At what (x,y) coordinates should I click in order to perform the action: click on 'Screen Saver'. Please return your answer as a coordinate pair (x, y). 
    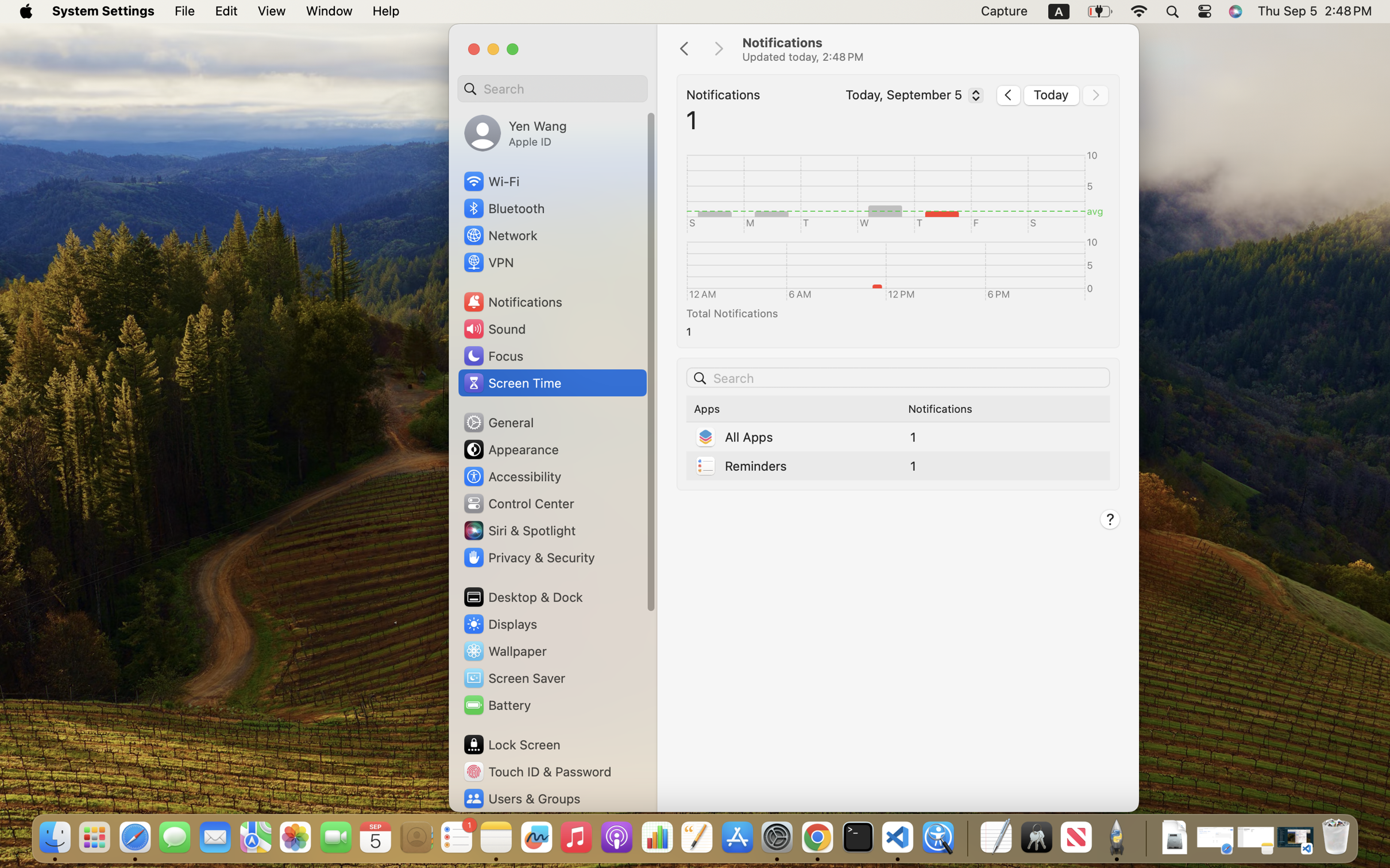
    Looking at the image, I should click on (514, 677).